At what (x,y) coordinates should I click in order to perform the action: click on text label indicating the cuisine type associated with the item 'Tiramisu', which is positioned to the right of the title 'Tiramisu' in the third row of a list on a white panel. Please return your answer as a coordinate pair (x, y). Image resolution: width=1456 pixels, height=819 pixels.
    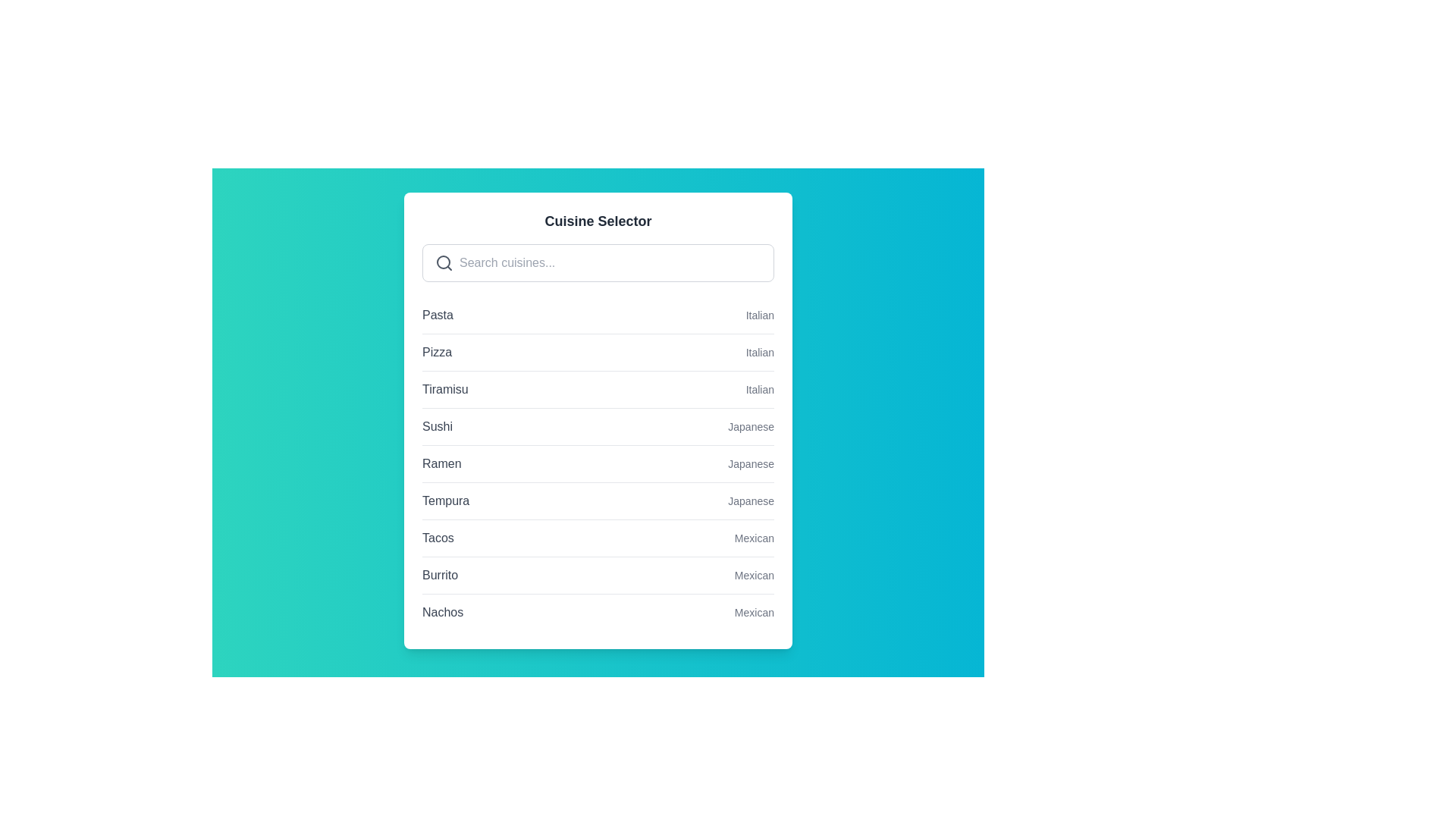
    Looking at the image, I should click on (760, 388).